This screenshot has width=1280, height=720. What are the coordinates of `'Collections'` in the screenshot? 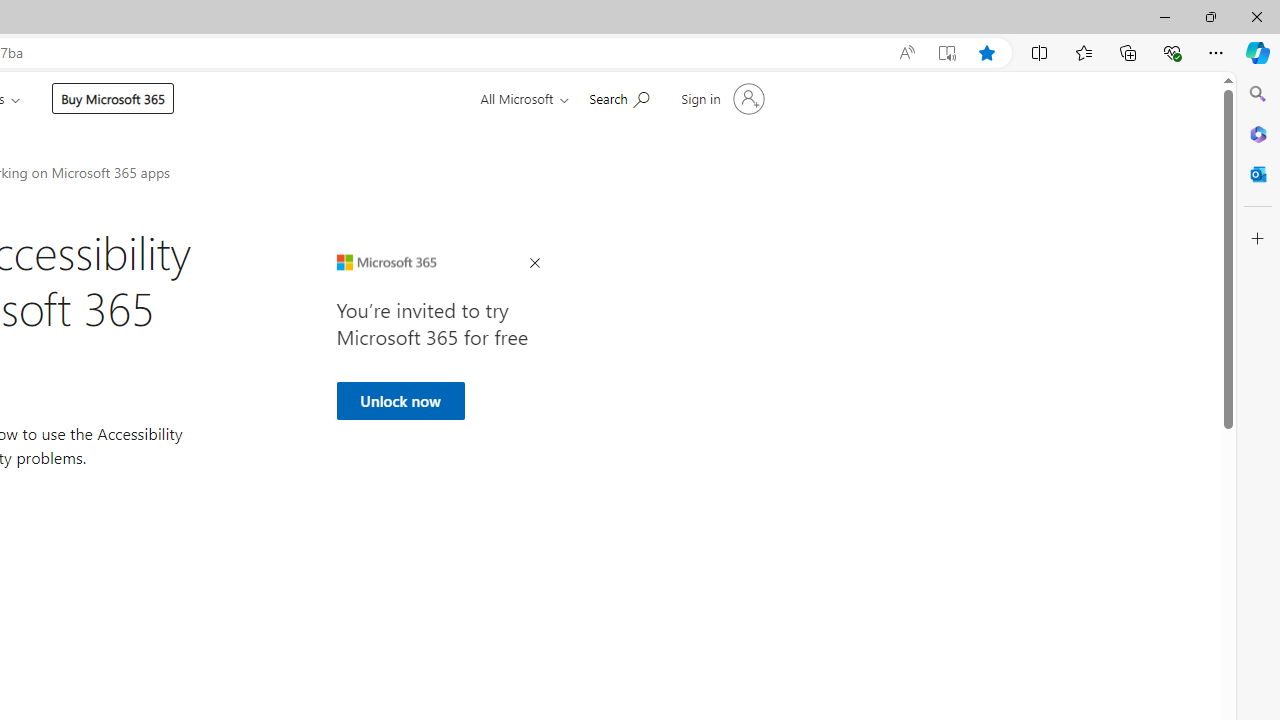 It's located at (1128, 51).